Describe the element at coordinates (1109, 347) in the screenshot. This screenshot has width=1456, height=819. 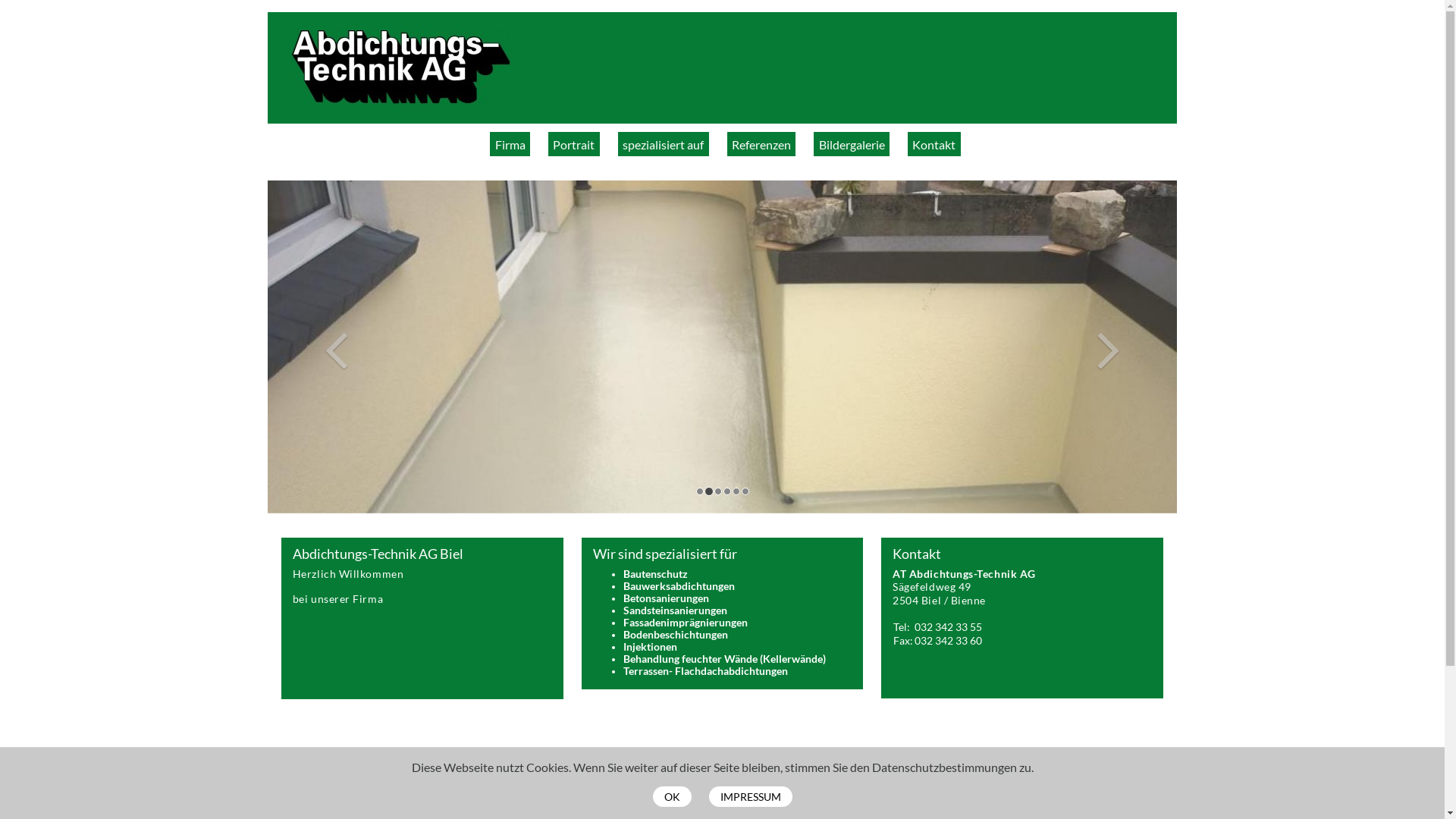
I see `'Next'` at that location.